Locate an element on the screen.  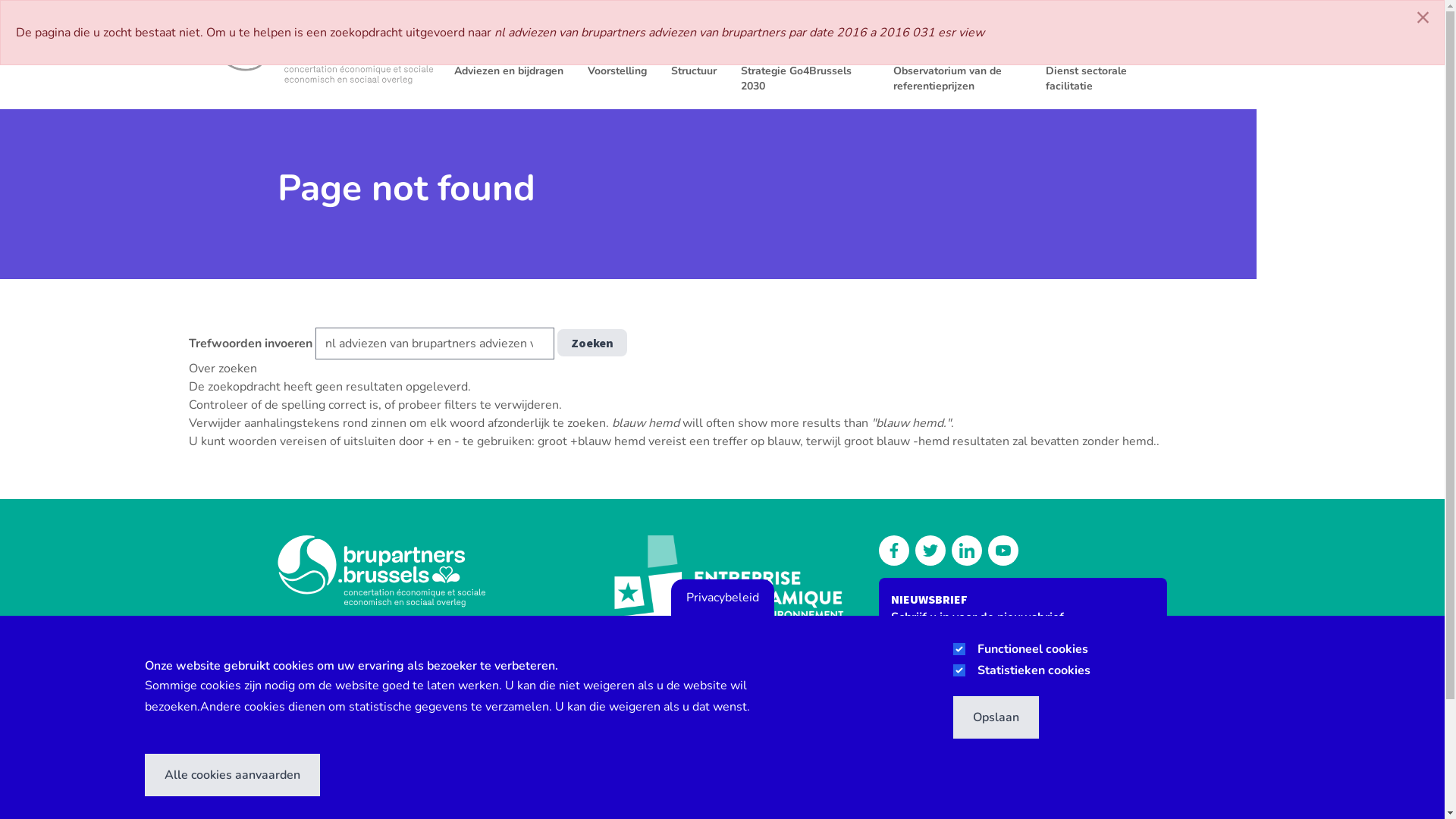
'Watch us on our YouTube channel' is located at coordinates (1003, 550).